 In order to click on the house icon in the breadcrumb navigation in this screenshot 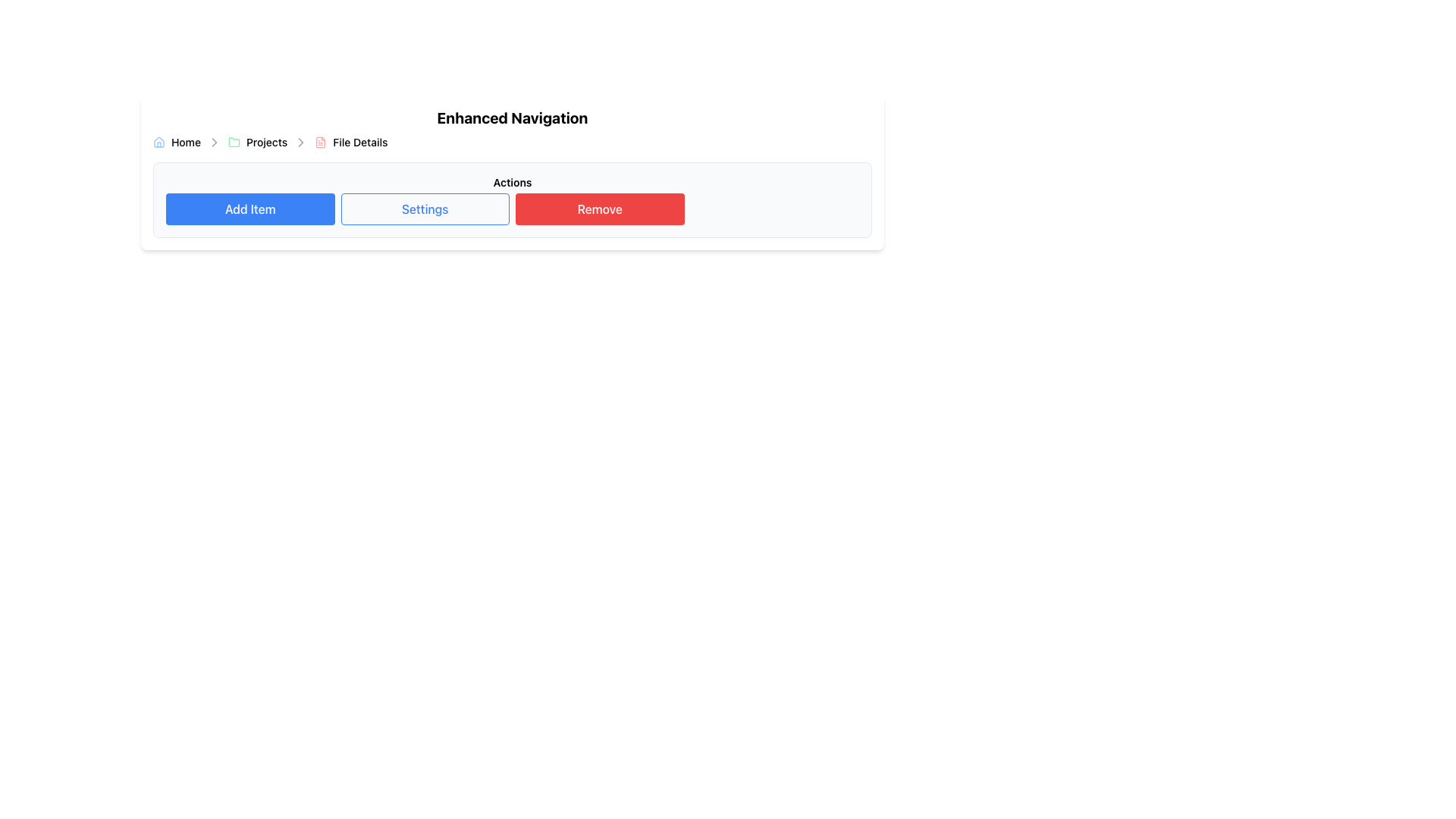, I will do `click(159, 141)`.